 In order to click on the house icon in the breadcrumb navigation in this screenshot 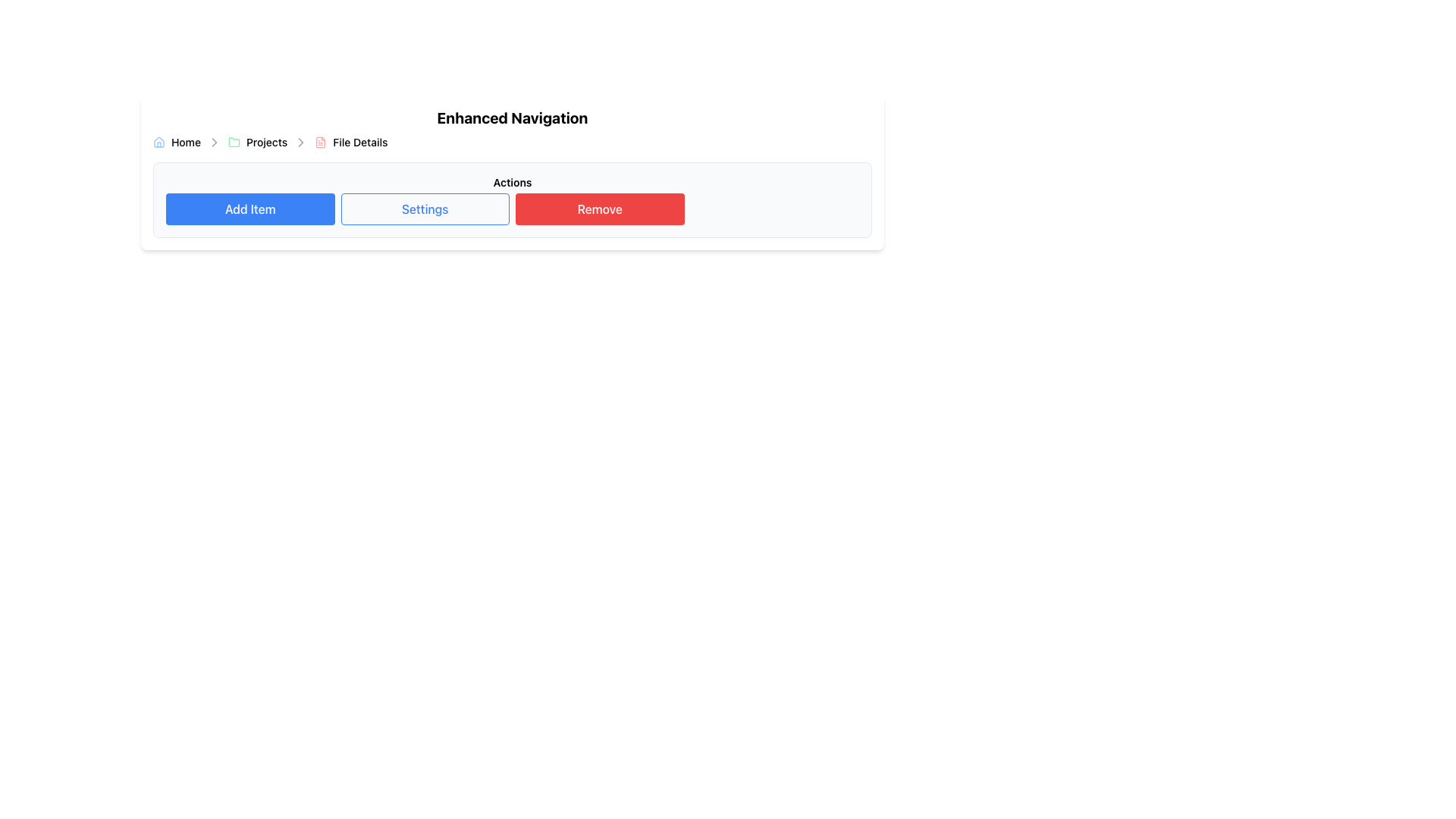, I will do `click(159, 141)`.